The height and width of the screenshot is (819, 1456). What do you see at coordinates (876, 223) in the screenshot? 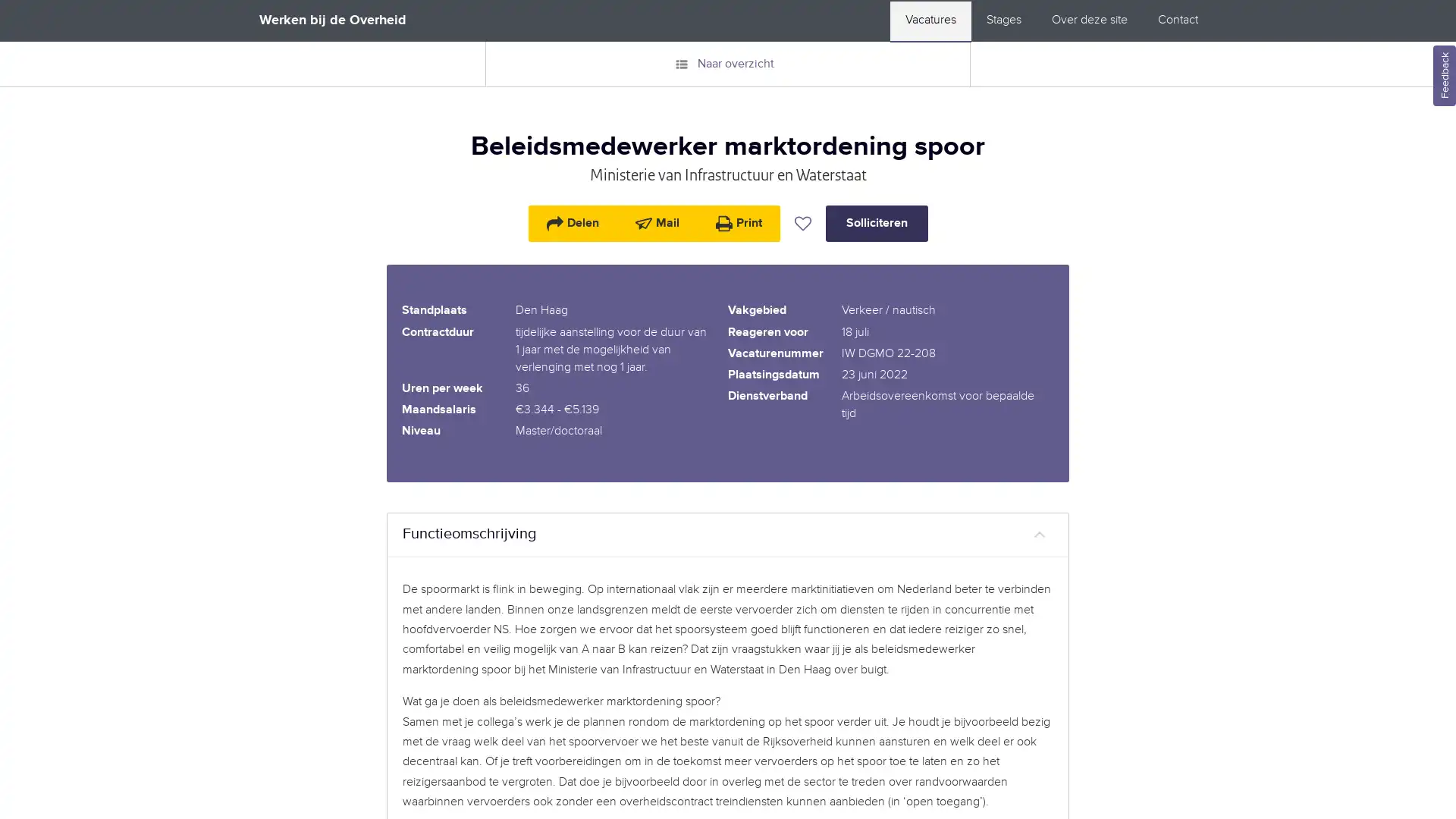
I see `Solliciteren` at bounding box center [876, 223].